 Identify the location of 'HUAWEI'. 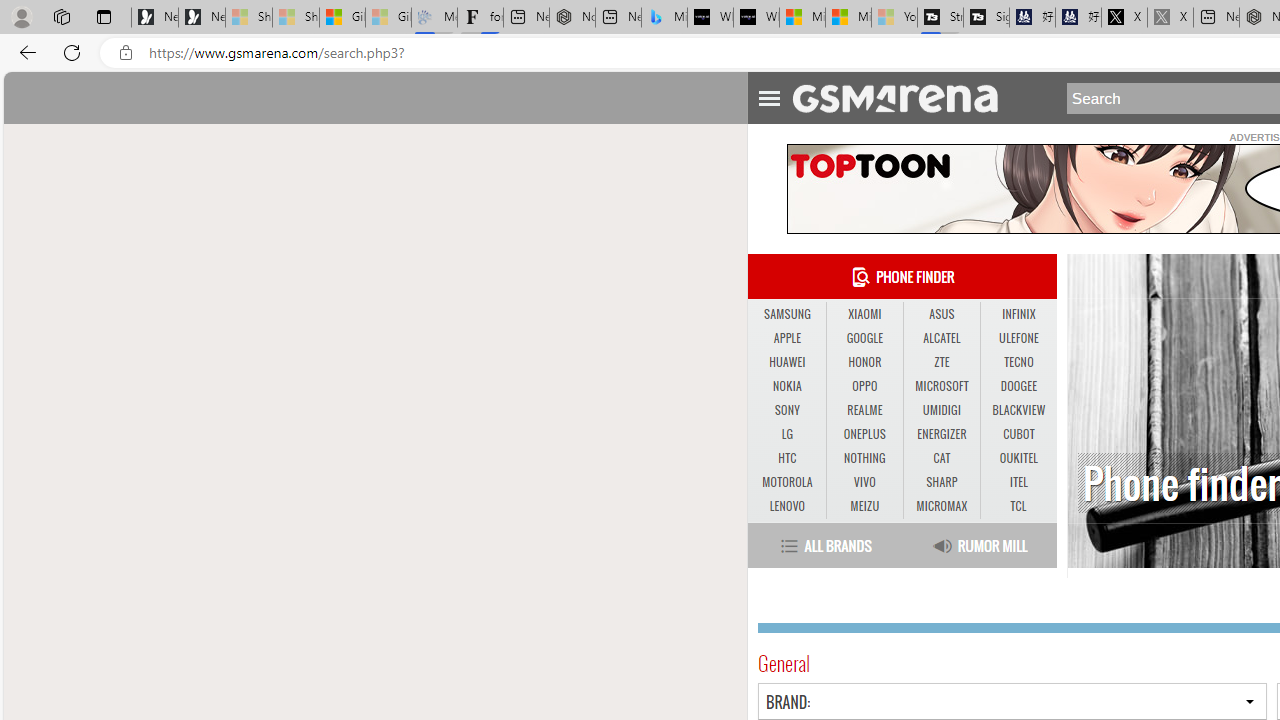
(786, 362).